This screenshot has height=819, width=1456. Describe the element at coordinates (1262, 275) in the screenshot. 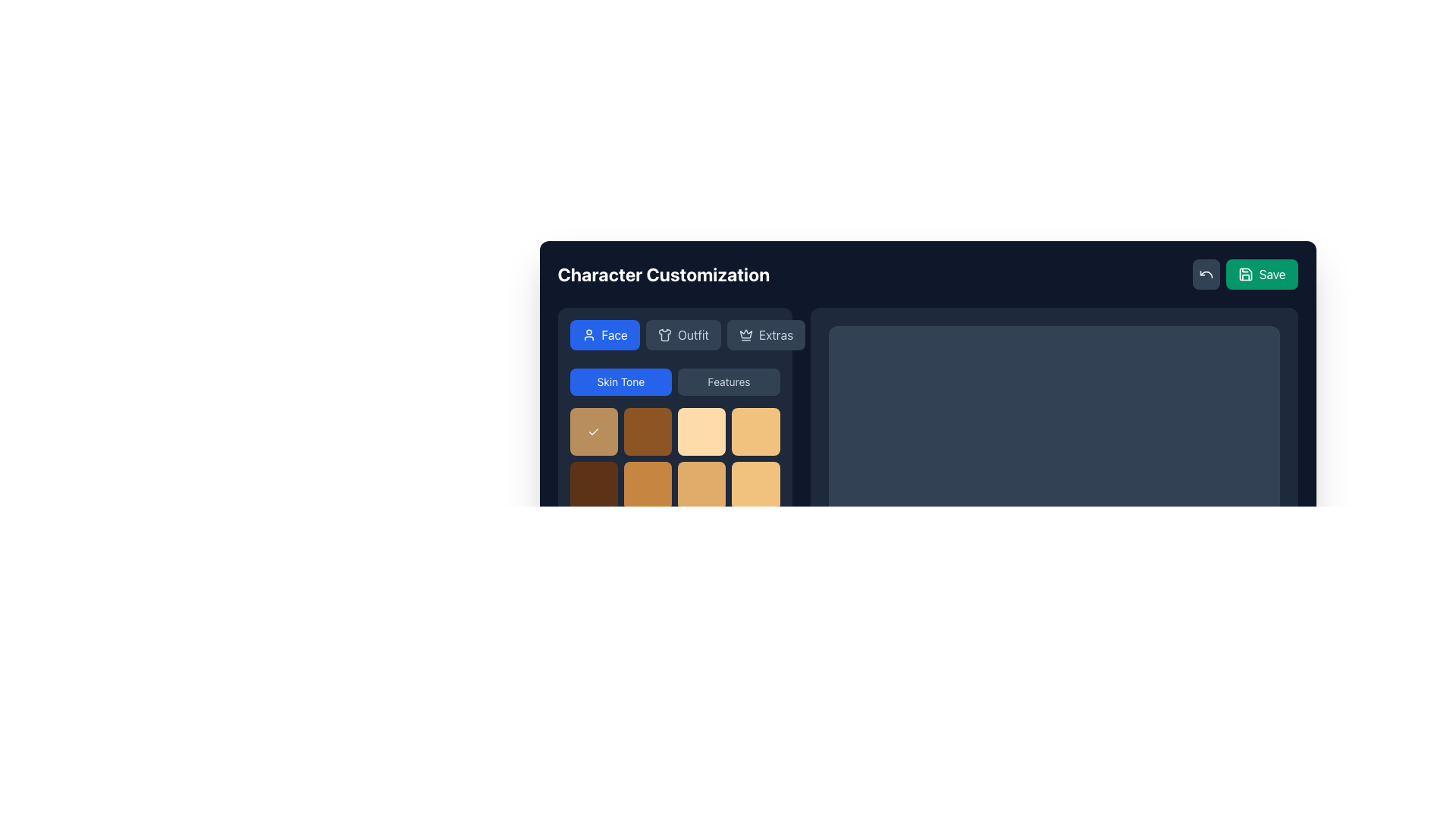

I see `the green 'Save' button with a white save icon on its left` at that location.